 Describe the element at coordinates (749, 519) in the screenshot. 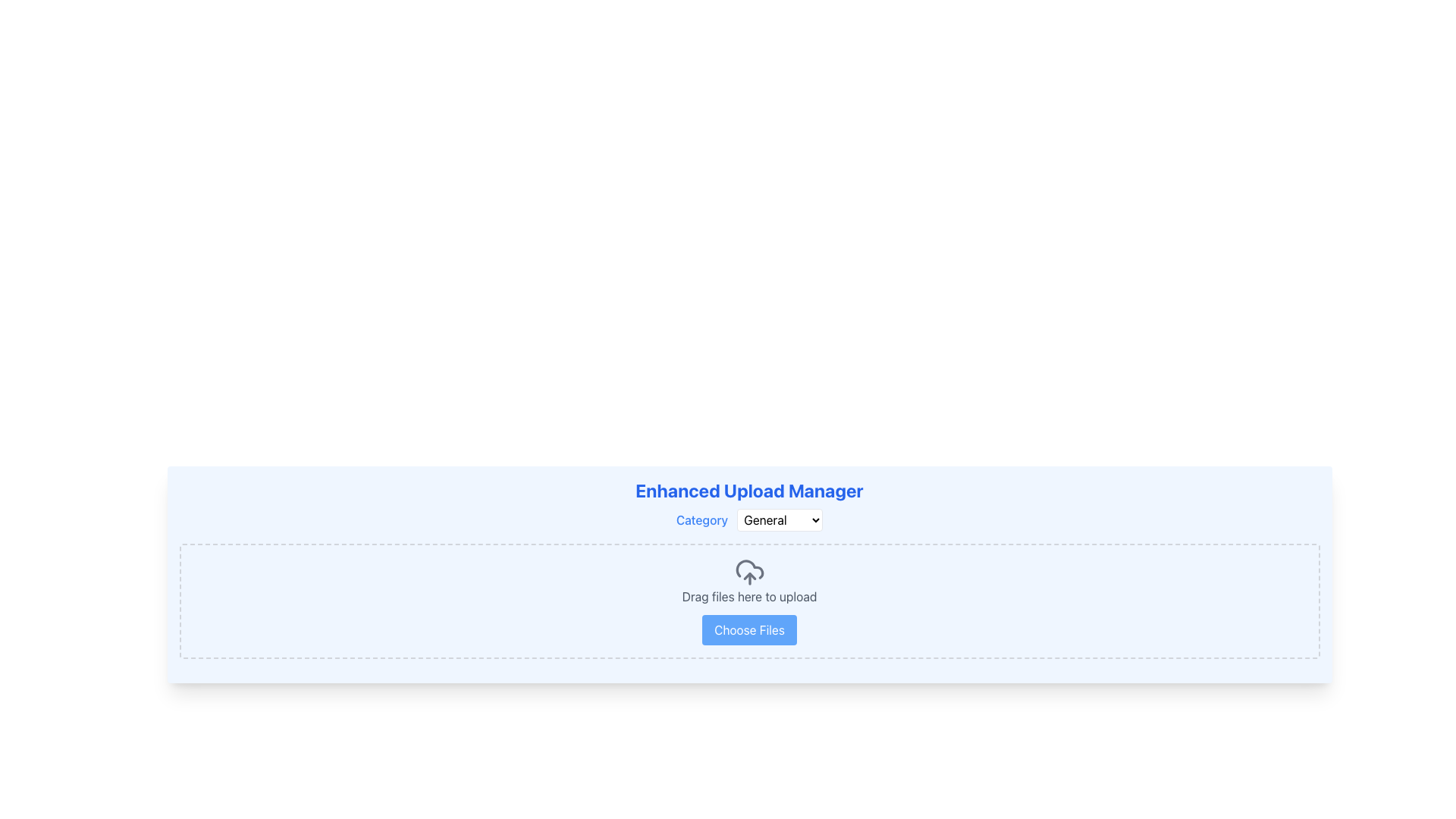

I see `the dropdown menu labeled 'Category'` at that location.